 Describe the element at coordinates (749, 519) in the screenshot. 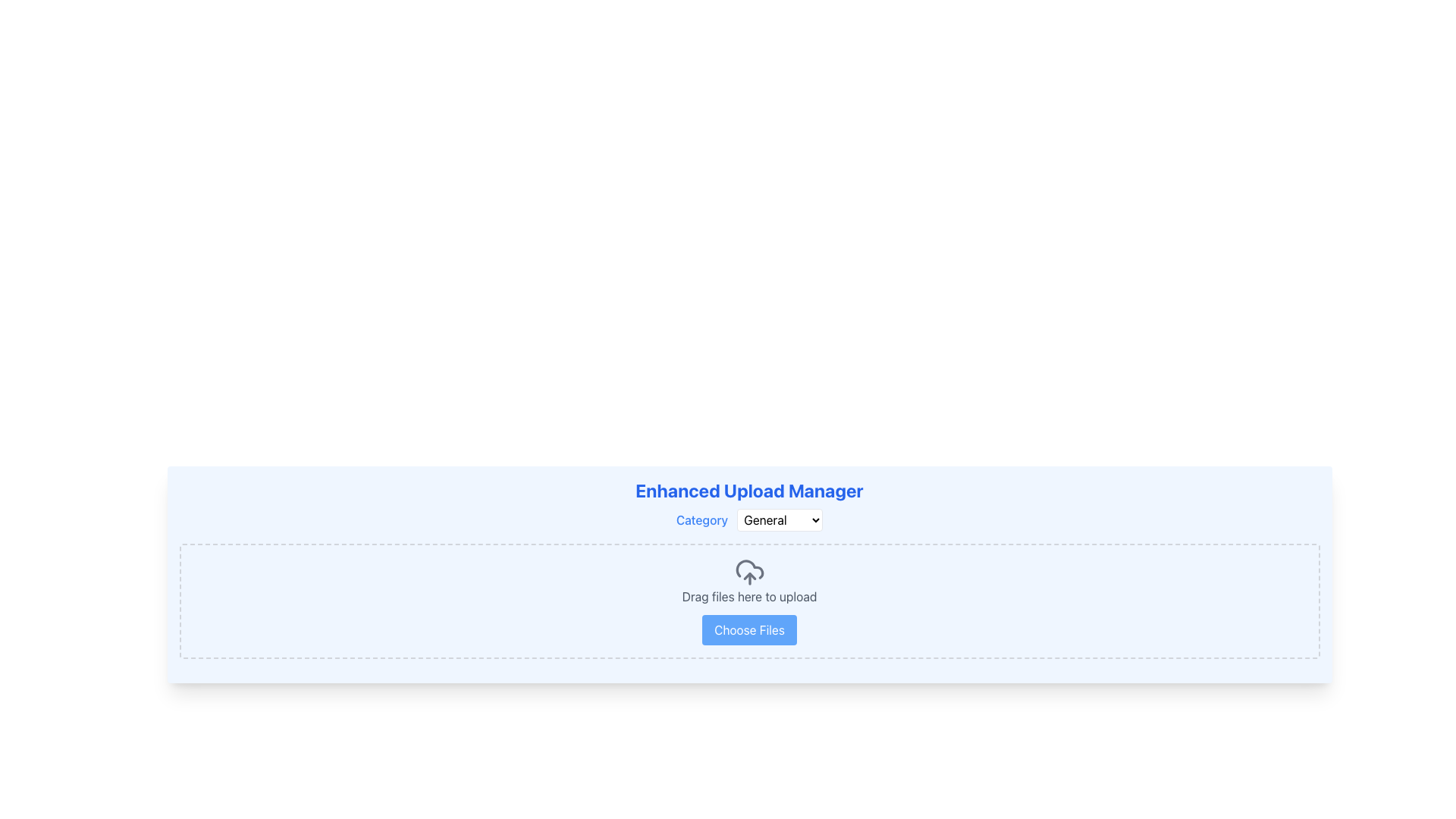

I see `the dropdown menu labeled 'Category'` at that location.